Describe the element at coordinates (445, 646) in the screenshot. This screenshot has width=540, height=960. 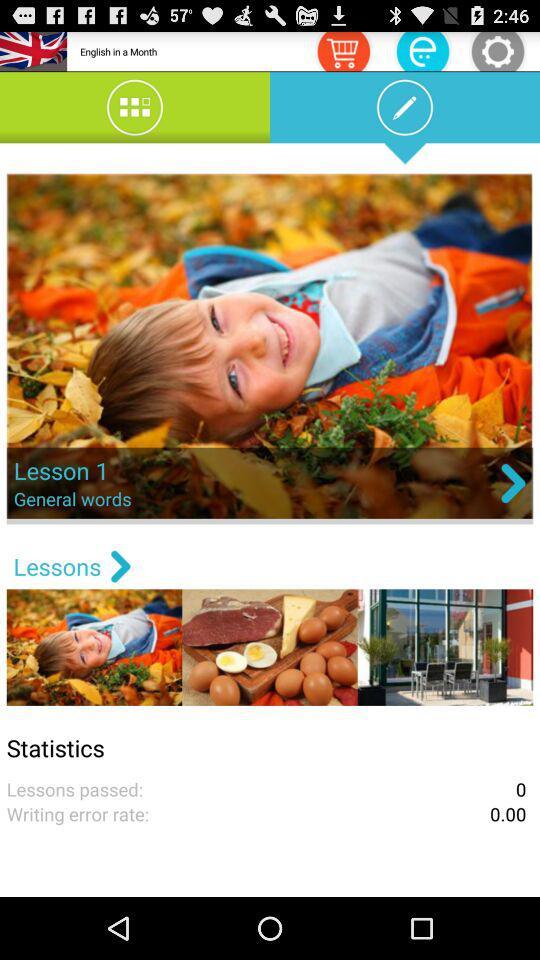
I see `the third image under the text lessons` at that location.